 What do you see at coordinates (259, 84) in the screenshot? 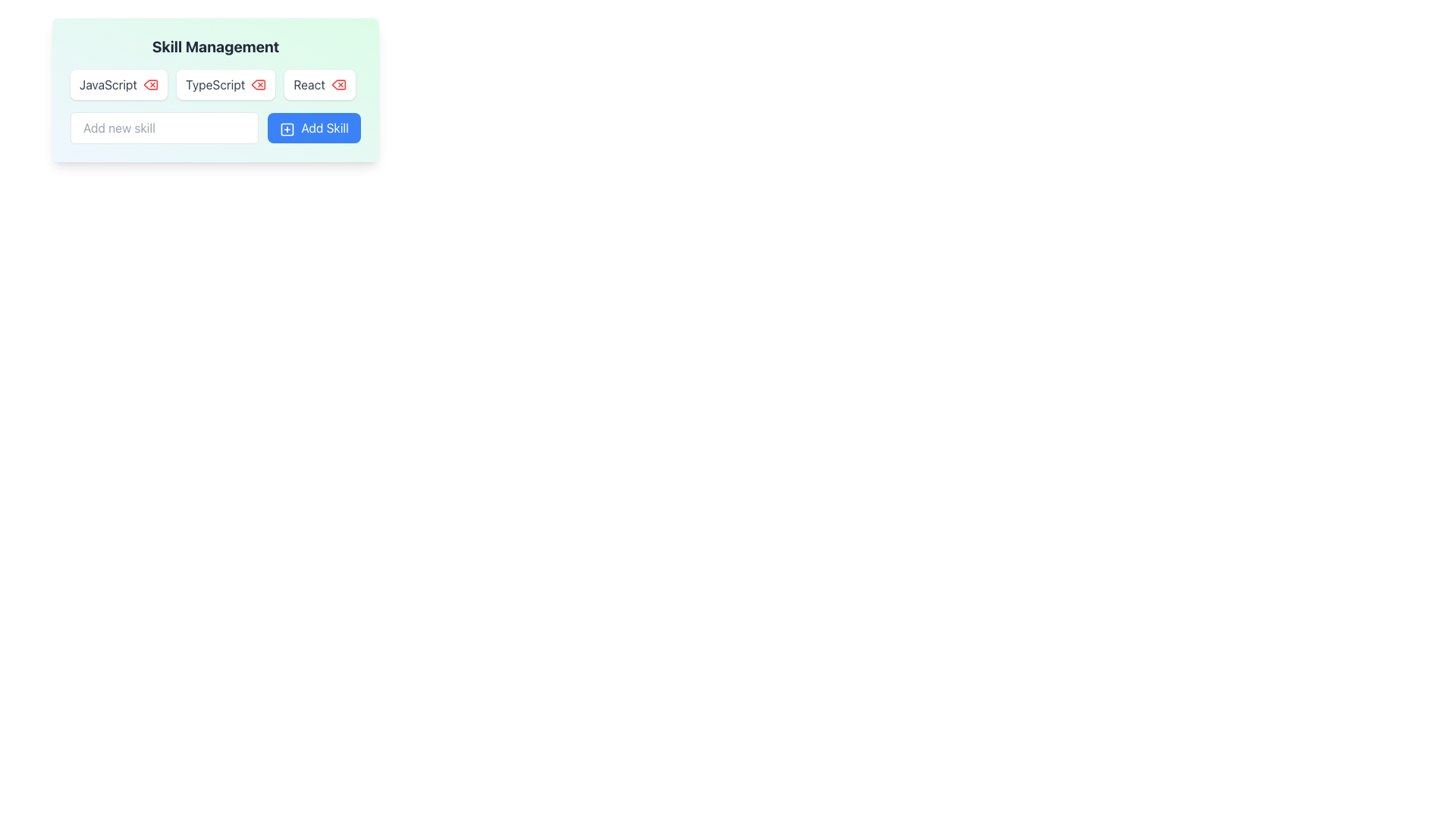
I see `the visual state of the red delete icon in the TypeScript skill badge, which appears as a convex polygonal shape resembling a delete or cross icon` at bounding box center [259, 84].